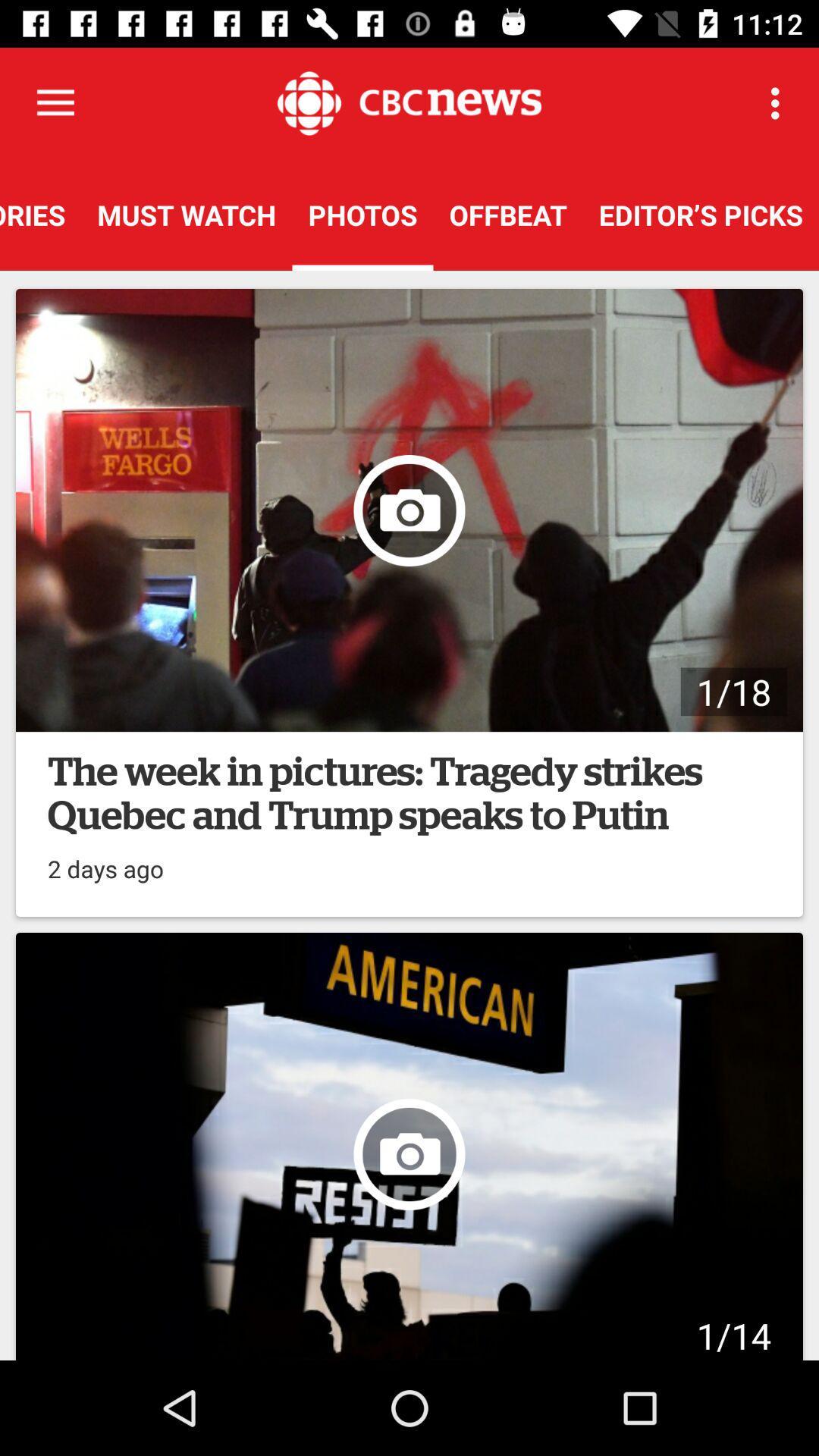  What do you see at coordinates (186, 214) in the screenshot?
I see `item next to top stories item` at bounding box center [186, 214].